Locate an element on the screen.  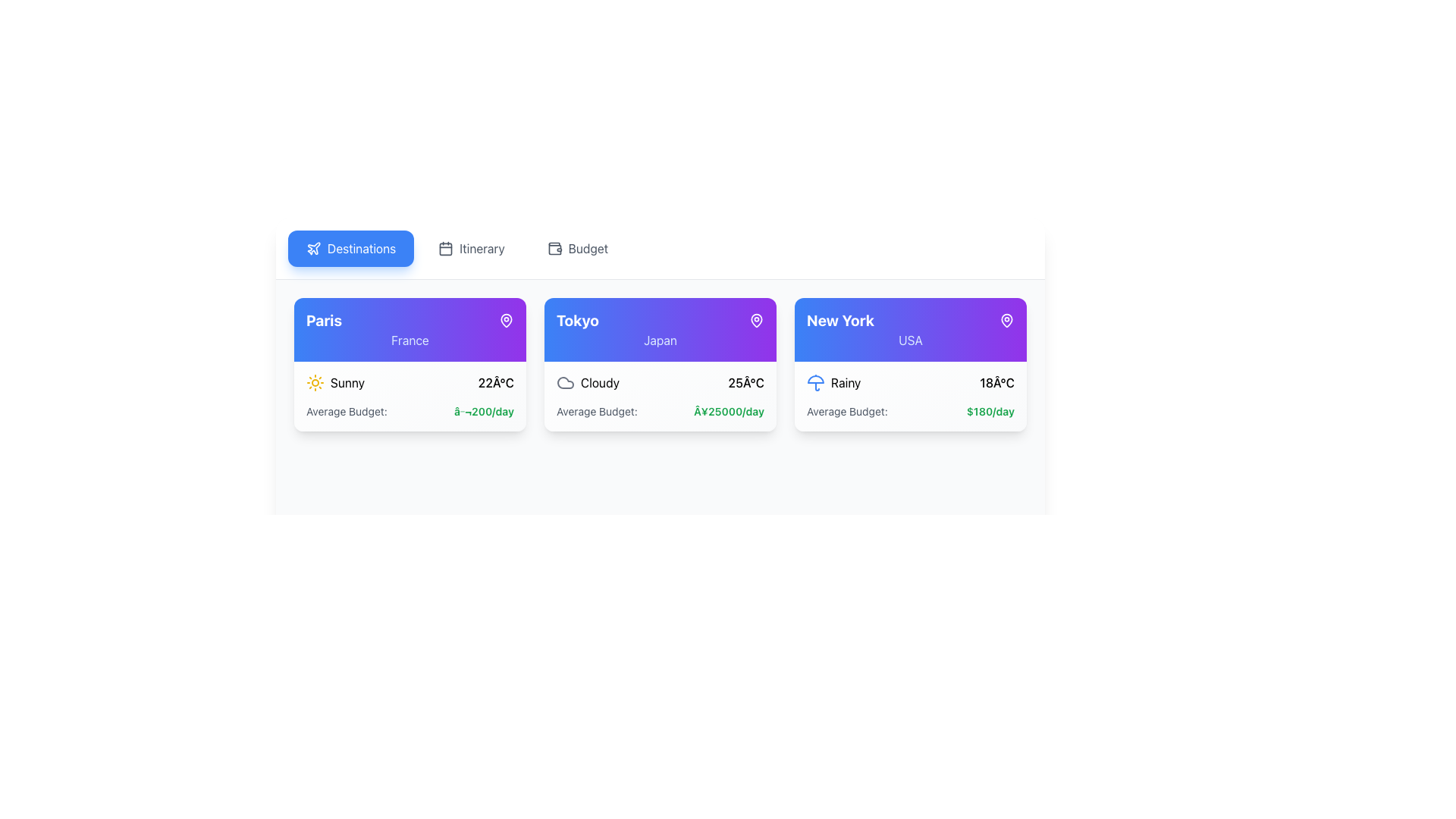
the weather information displayed in the informational label with an icon located at the top center of the 'Paris, France' card, which includes the description 'Sunny' and temperature '22°C' is located at coordinates (410, 382).